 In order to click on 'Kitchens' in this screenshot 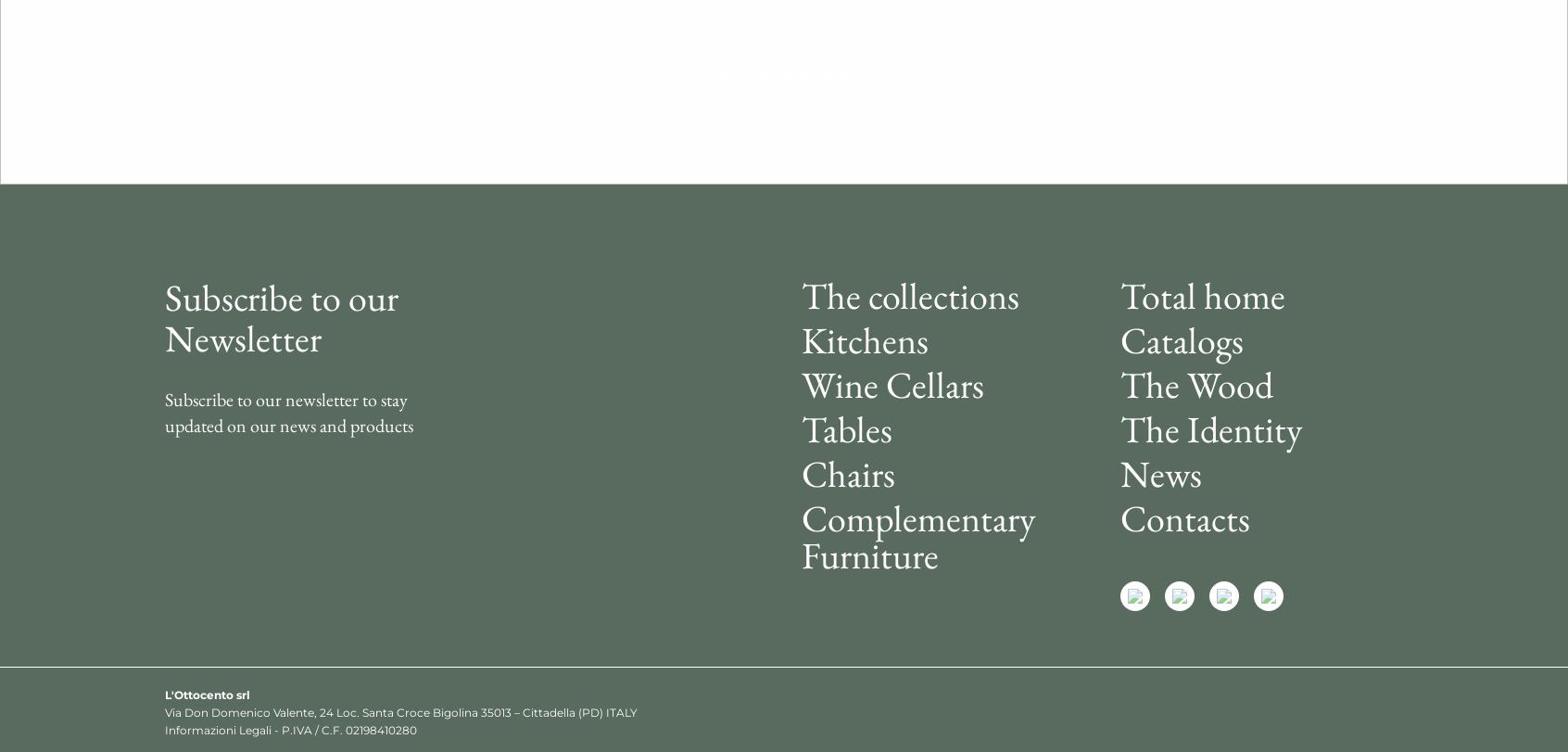, I will do `click(865, 339)`.